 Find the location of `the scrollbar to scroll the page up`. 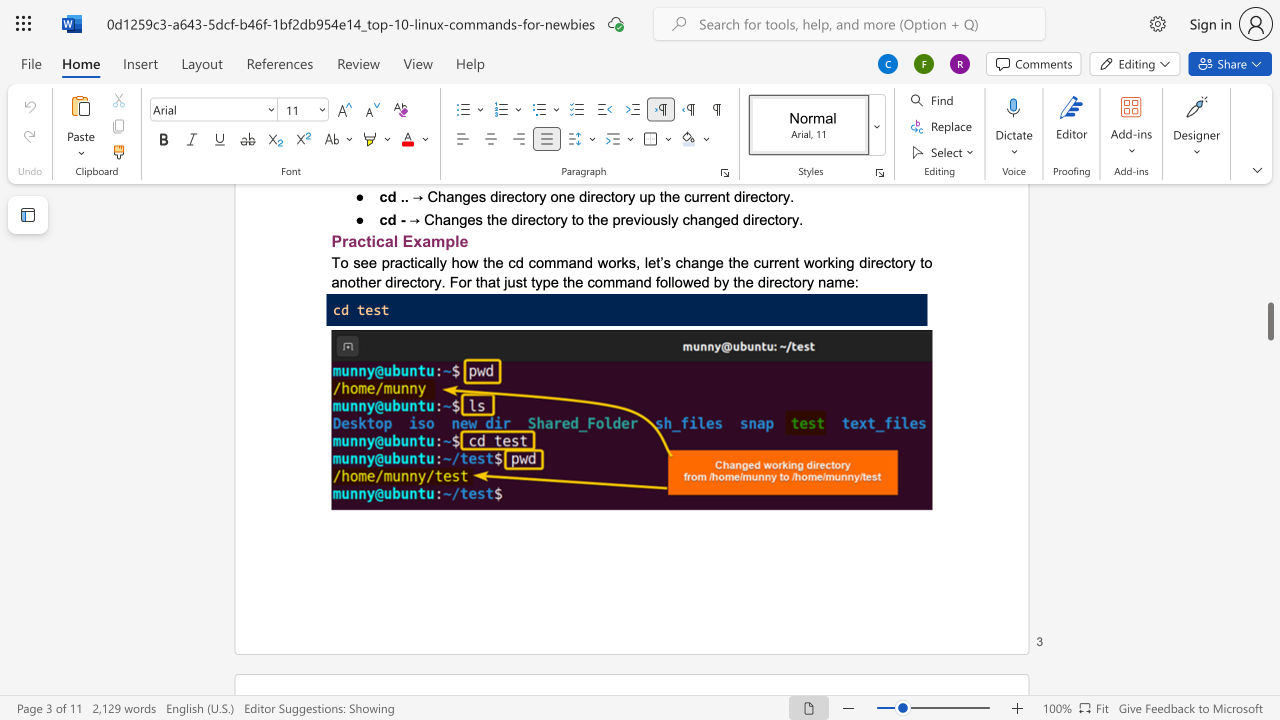

the scrollbar to scroll the page up is located at coordinates (1269, 310).